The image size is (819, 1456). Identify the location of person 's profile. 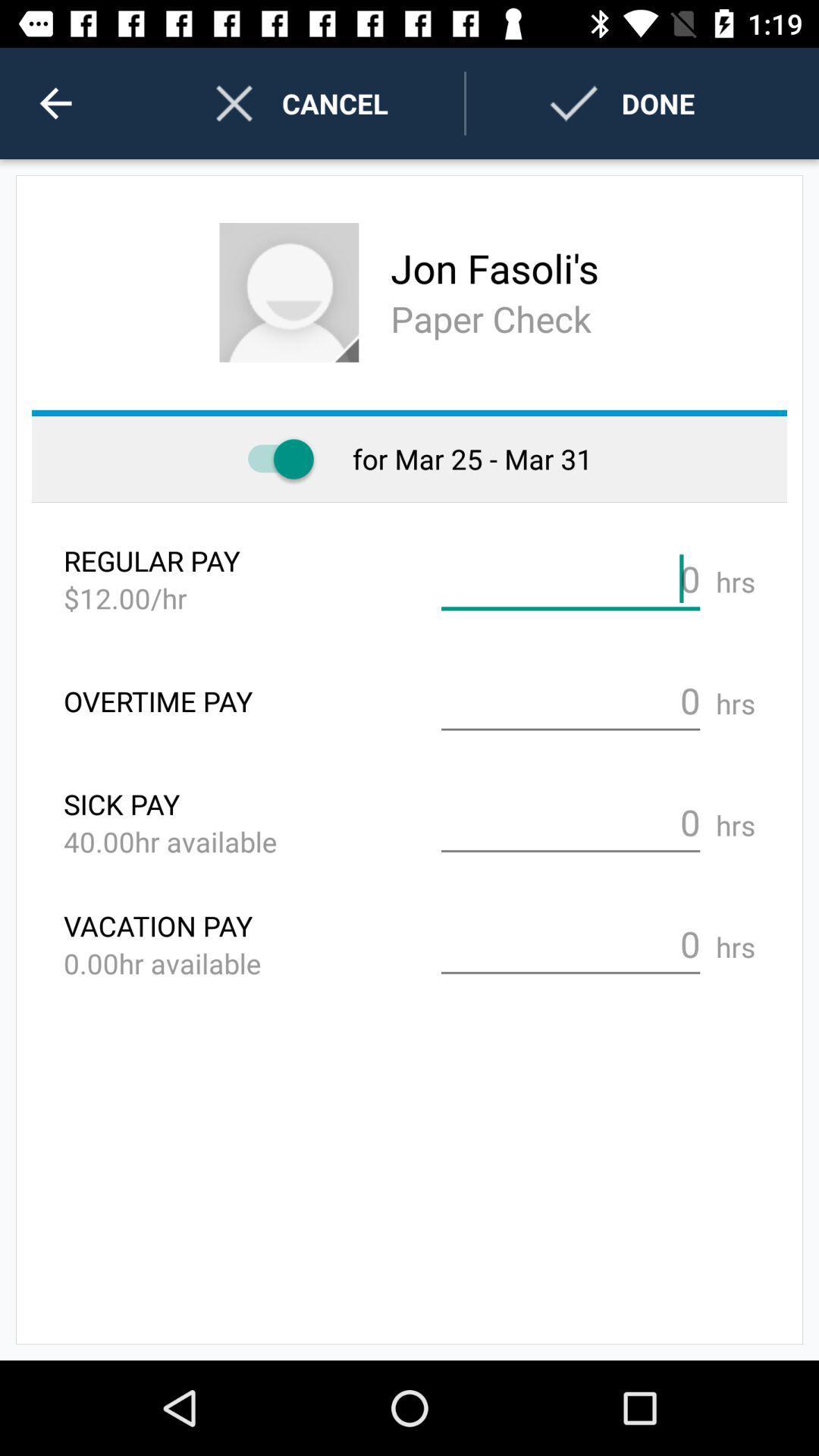
(289, 292).